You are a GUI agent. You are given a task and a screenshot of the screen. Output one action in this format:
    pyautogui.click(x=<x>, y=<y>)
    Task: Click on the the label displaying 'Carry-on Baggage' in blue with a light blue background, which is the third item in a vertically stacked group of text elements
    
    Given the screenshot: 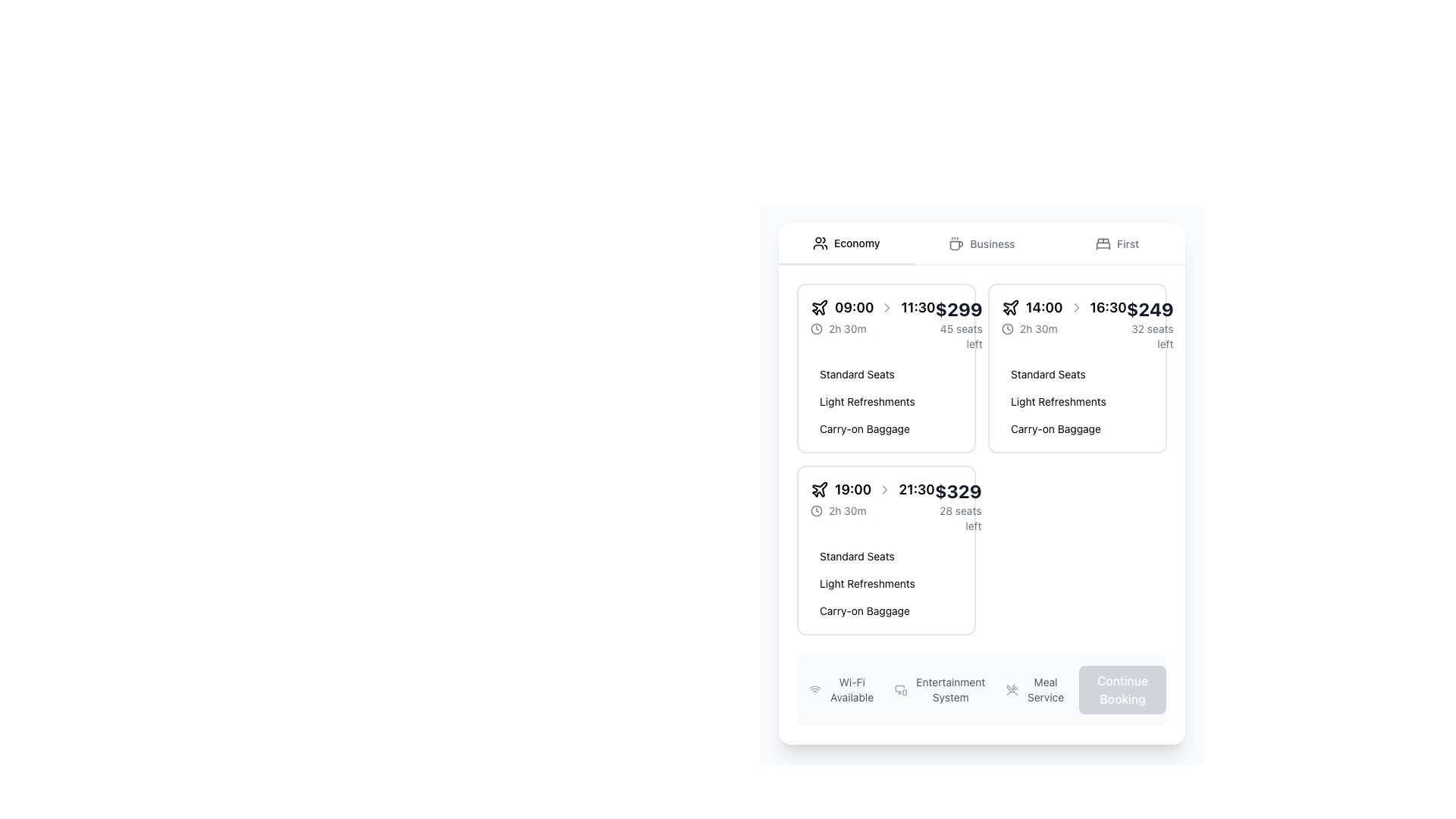 What is the action you would take?
    pyautogui.click(x=864, y=429)
    